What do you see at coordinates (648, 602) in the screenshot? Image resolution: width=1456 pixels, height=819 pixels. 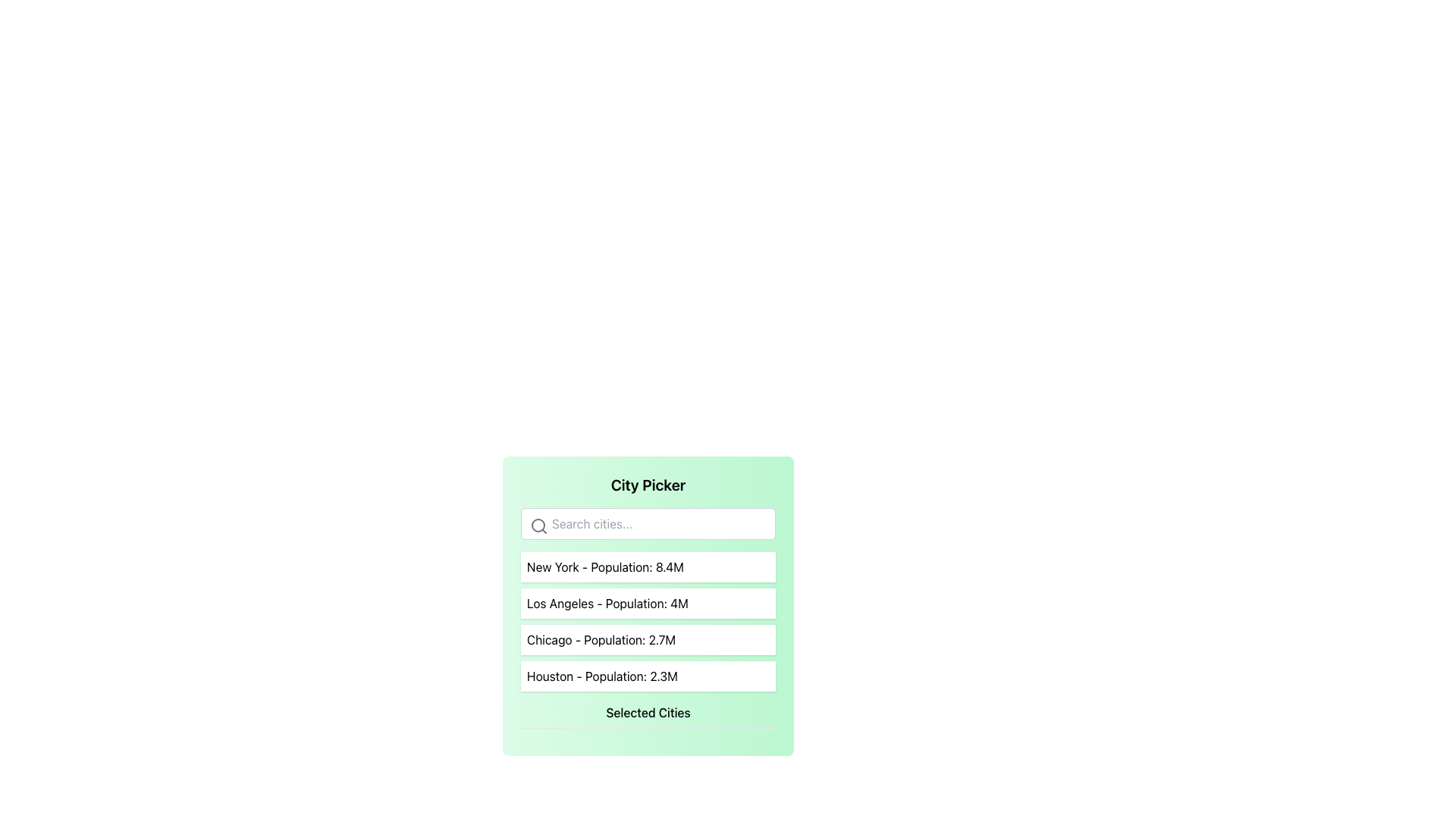 I see `the Text Display Element that shows 'Los Angeles - Population: 4M'` at bounding box center [648, 602].